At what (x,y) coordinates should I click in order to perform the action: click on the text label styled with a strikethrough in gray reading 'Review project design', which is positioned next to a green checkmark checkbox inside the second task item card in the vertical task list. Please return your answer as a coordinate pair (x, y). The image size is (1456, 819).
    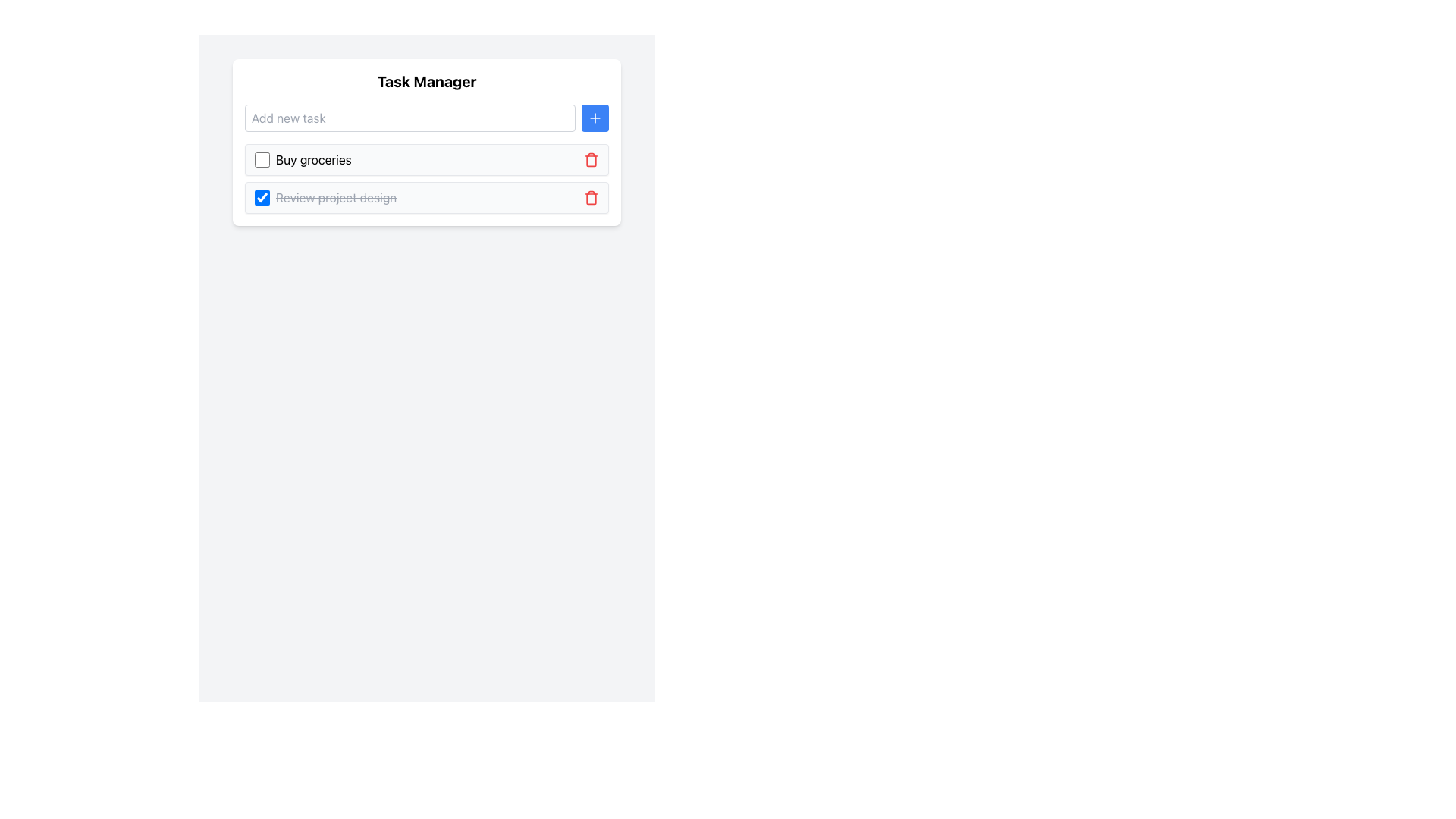
    Looking at the image, I should click on (325, 197).